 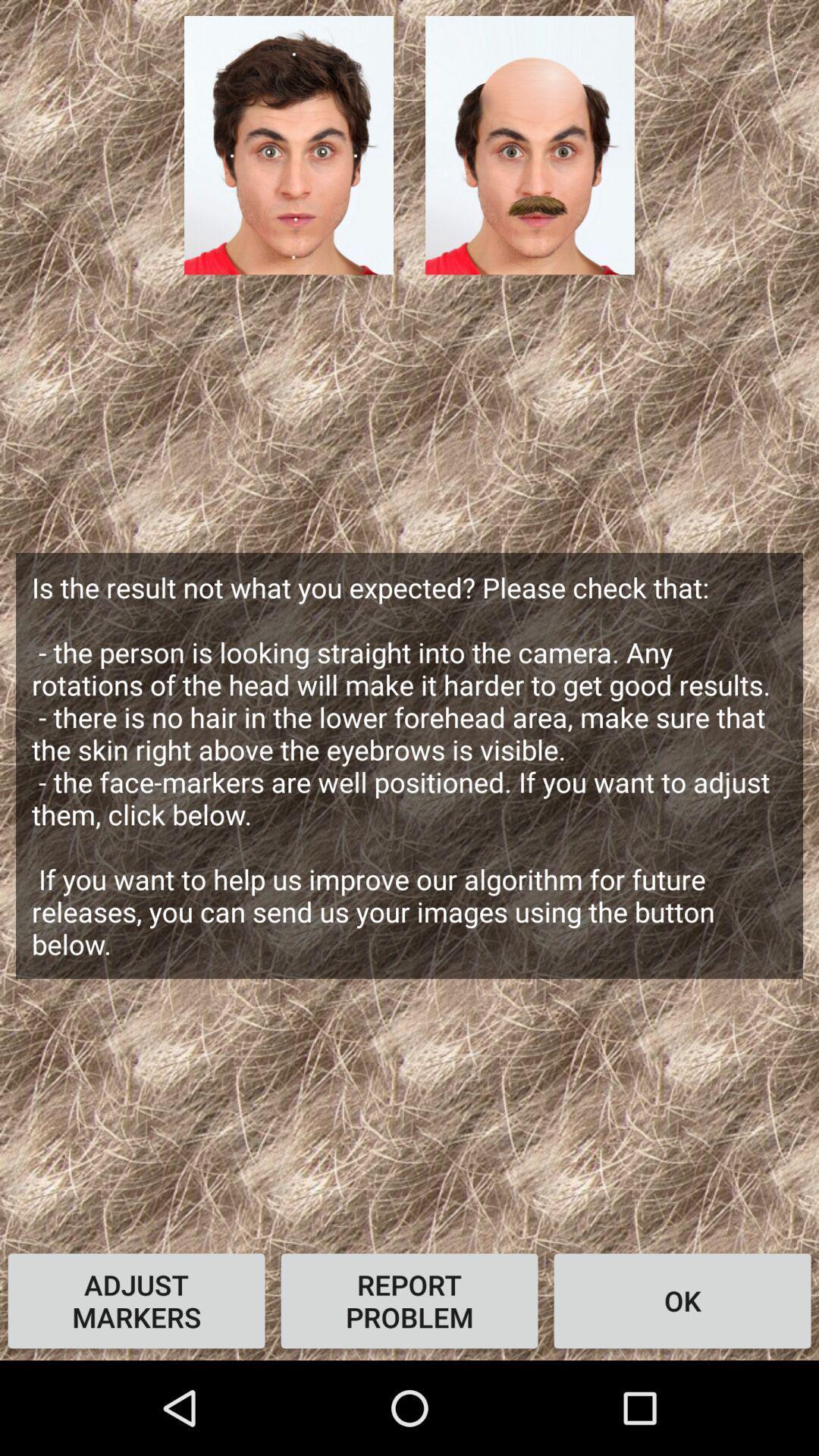 What do you see at coordinates (409, 1300) in the screenshot?
I see `the icon below the is the result item` at bounding box center [409, 1300].